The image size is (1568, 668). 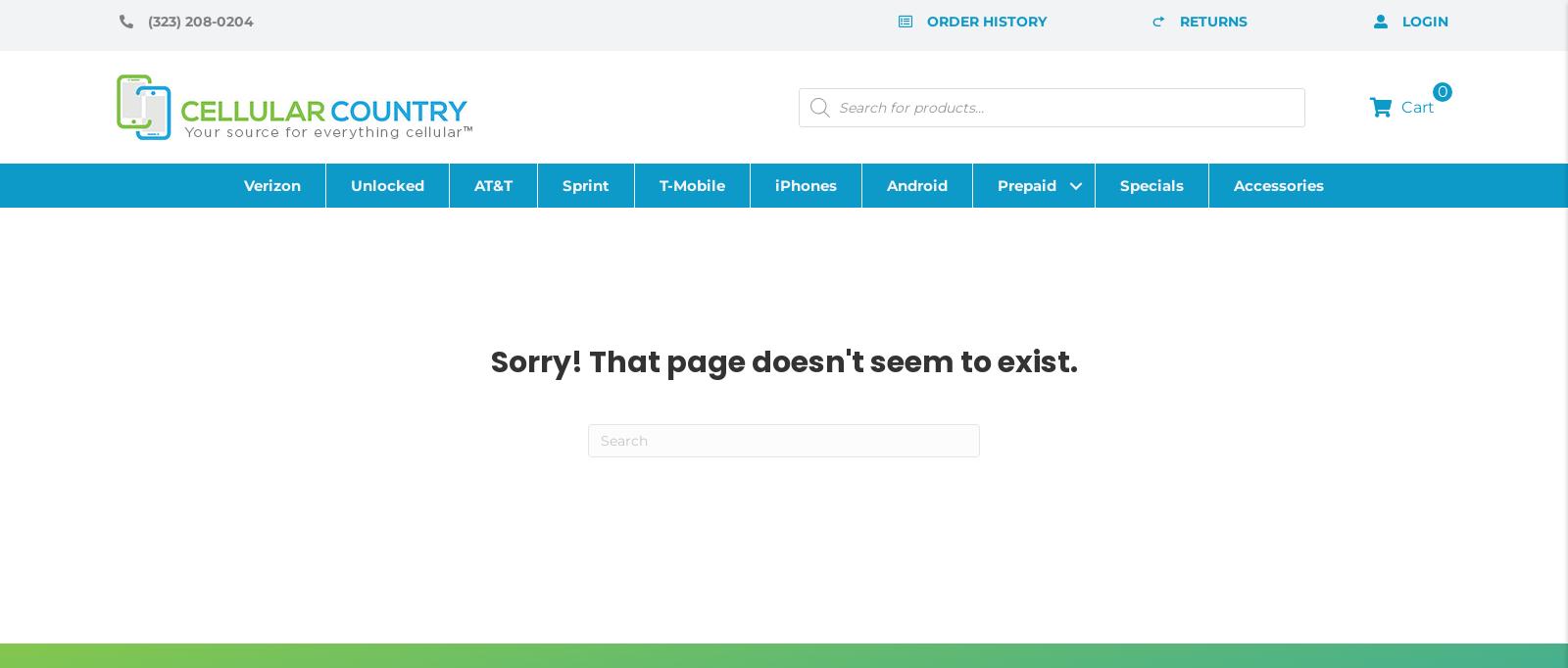 What do you see at coordinates (1418, 107) in the screenshot?
I see `'Cart'` at bounding box center [1418, 107].